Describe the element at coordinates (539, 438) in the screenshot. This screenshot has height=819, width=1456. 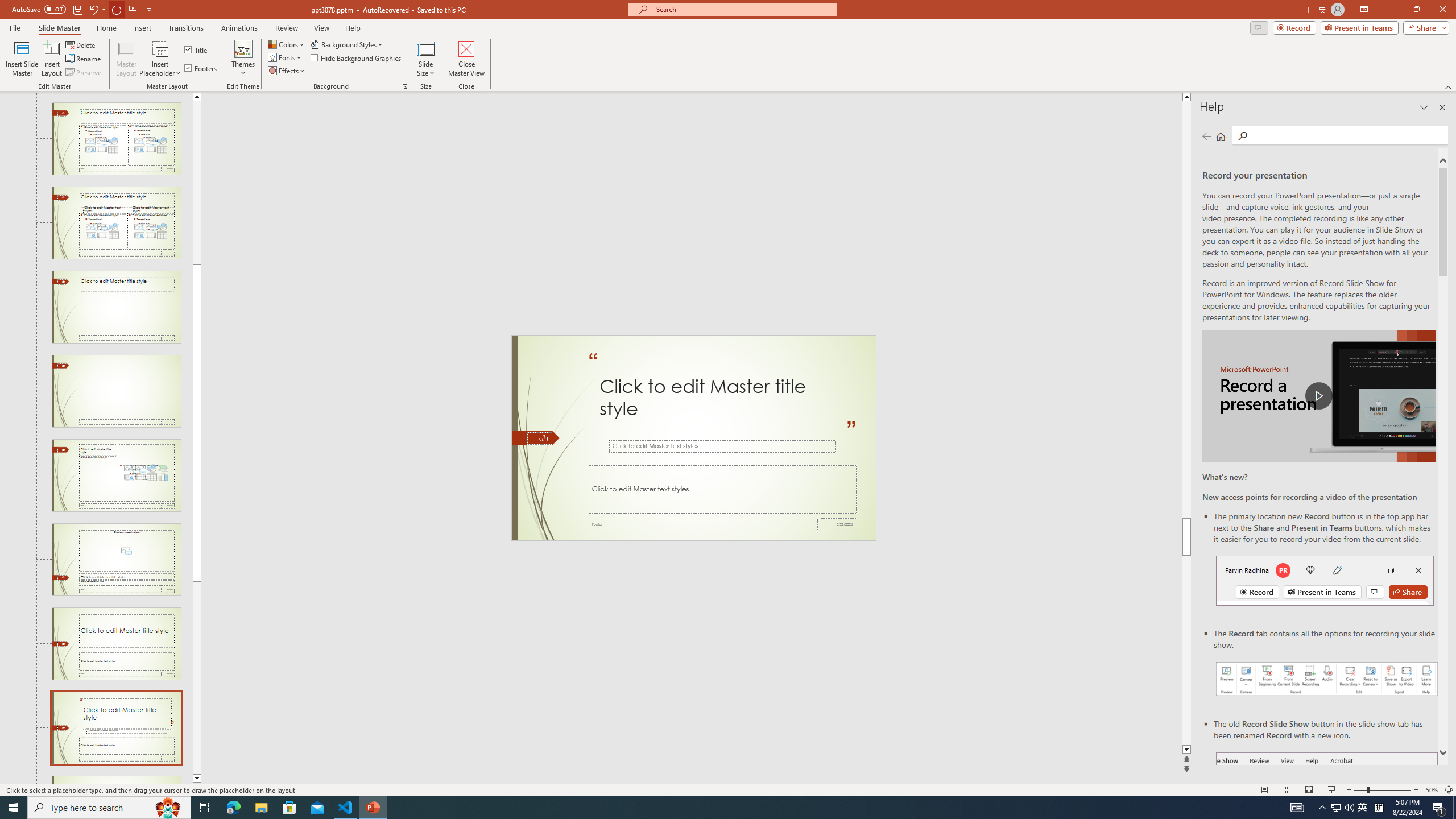
I see `'Slide Number'` at that location.